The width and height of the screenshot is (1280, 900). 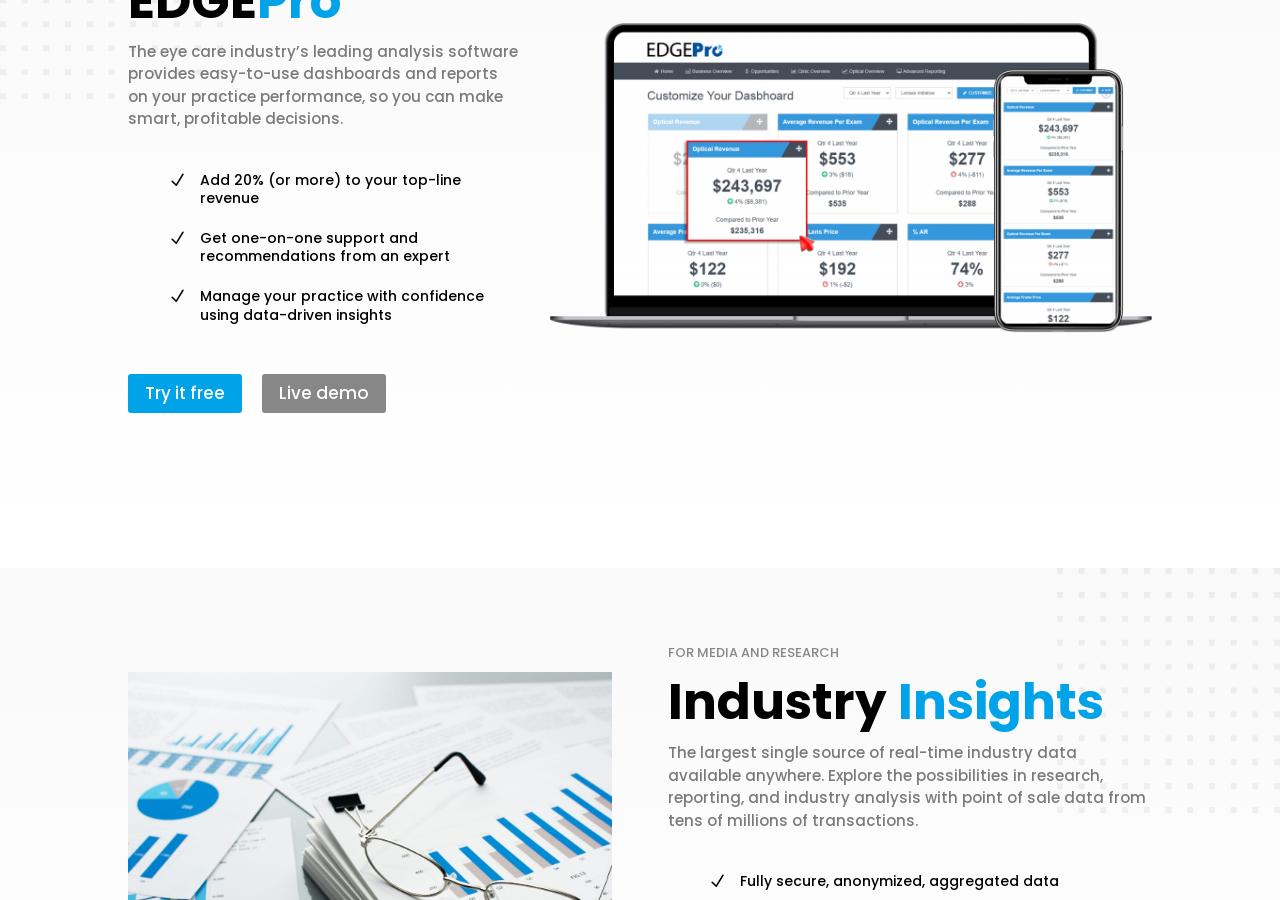 I want to click on 'Manage your practice with confidence using data-driven insights', so click(x=342, y=304).